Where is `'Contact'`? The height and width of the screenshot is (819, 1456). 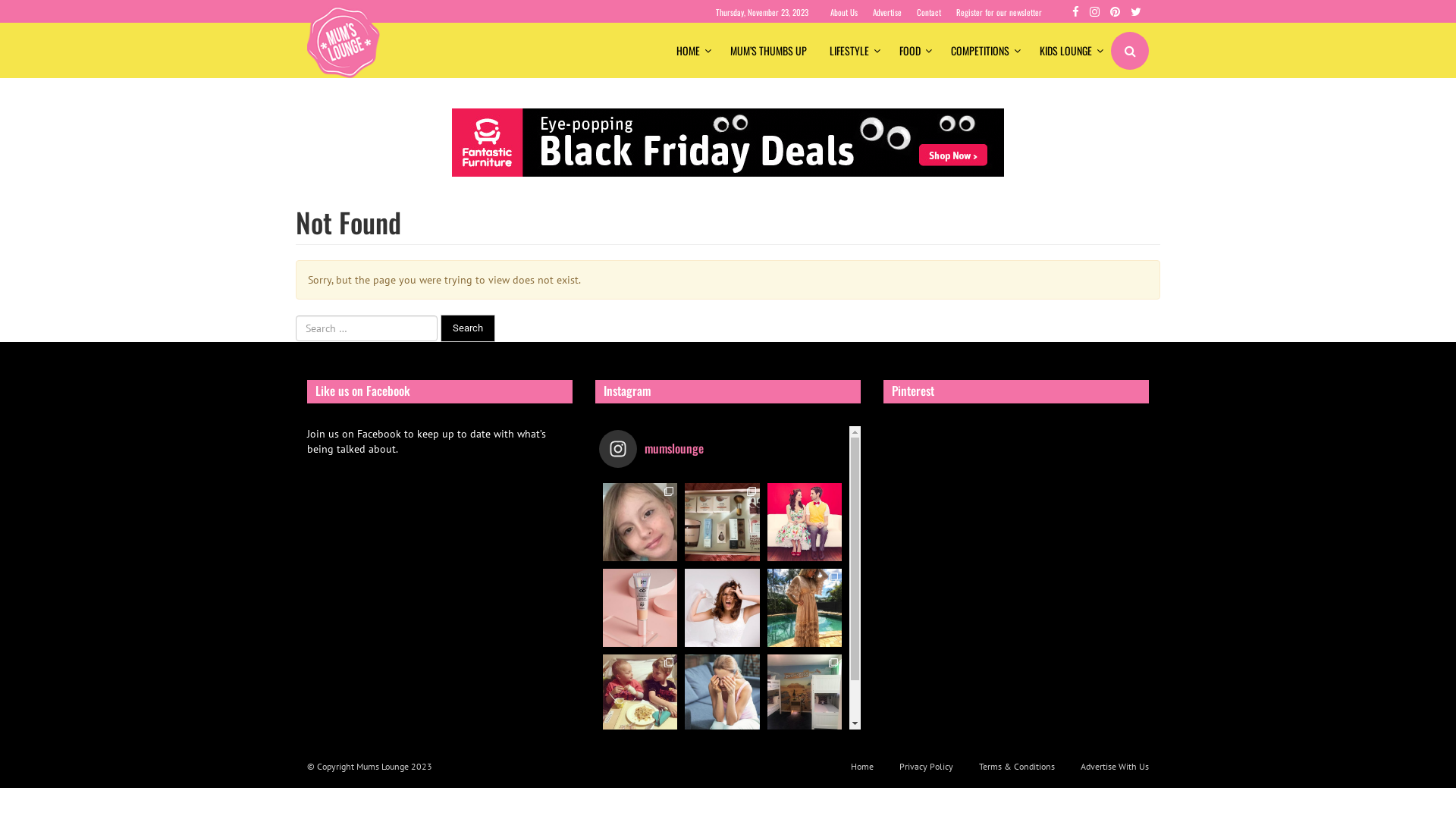 'Contact' is located at coordinates (927, 11).